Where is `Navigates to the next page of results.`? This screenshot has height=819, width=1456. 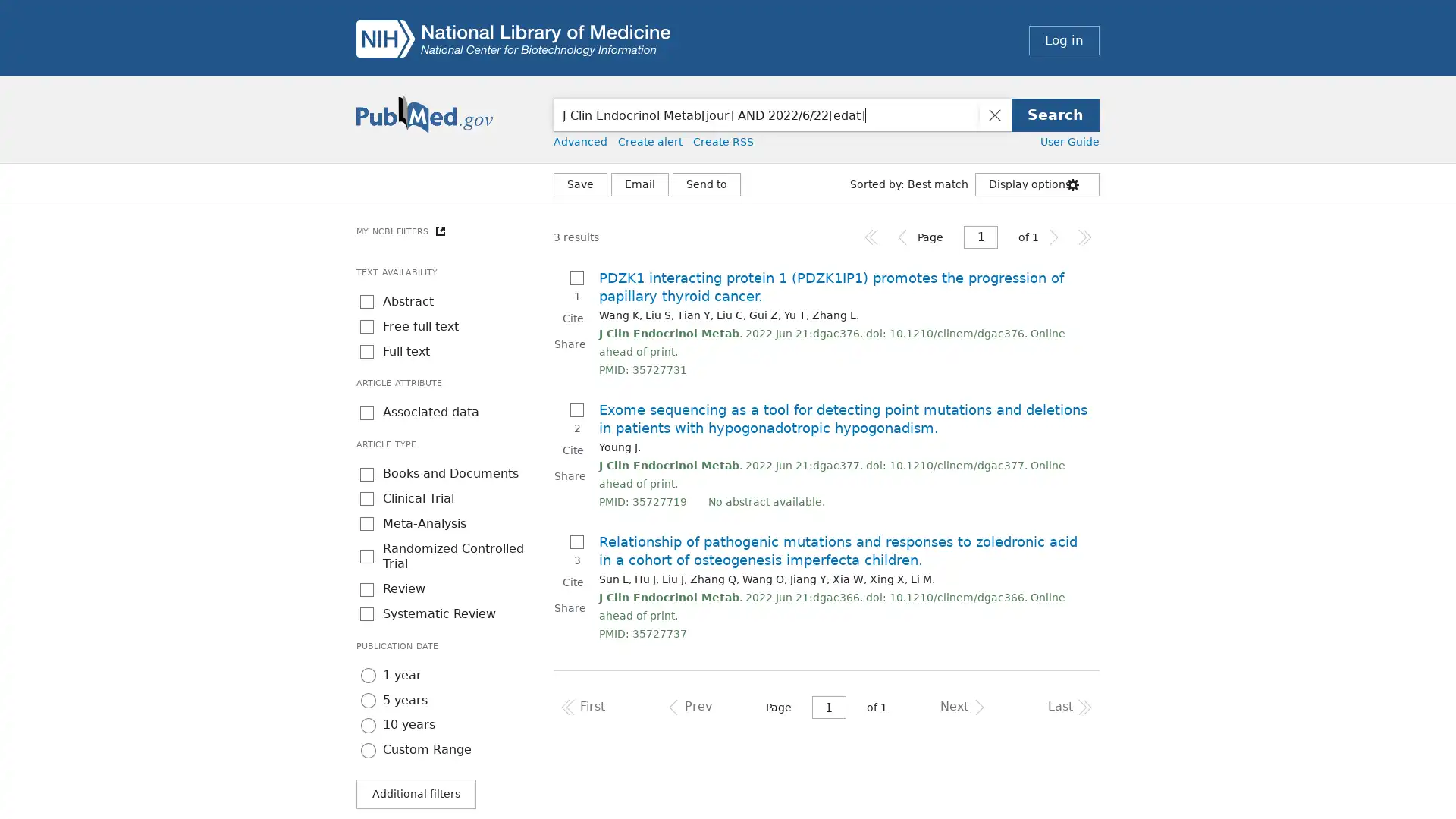 Navigates to the next page of results. is located at coordinates (960, 708).